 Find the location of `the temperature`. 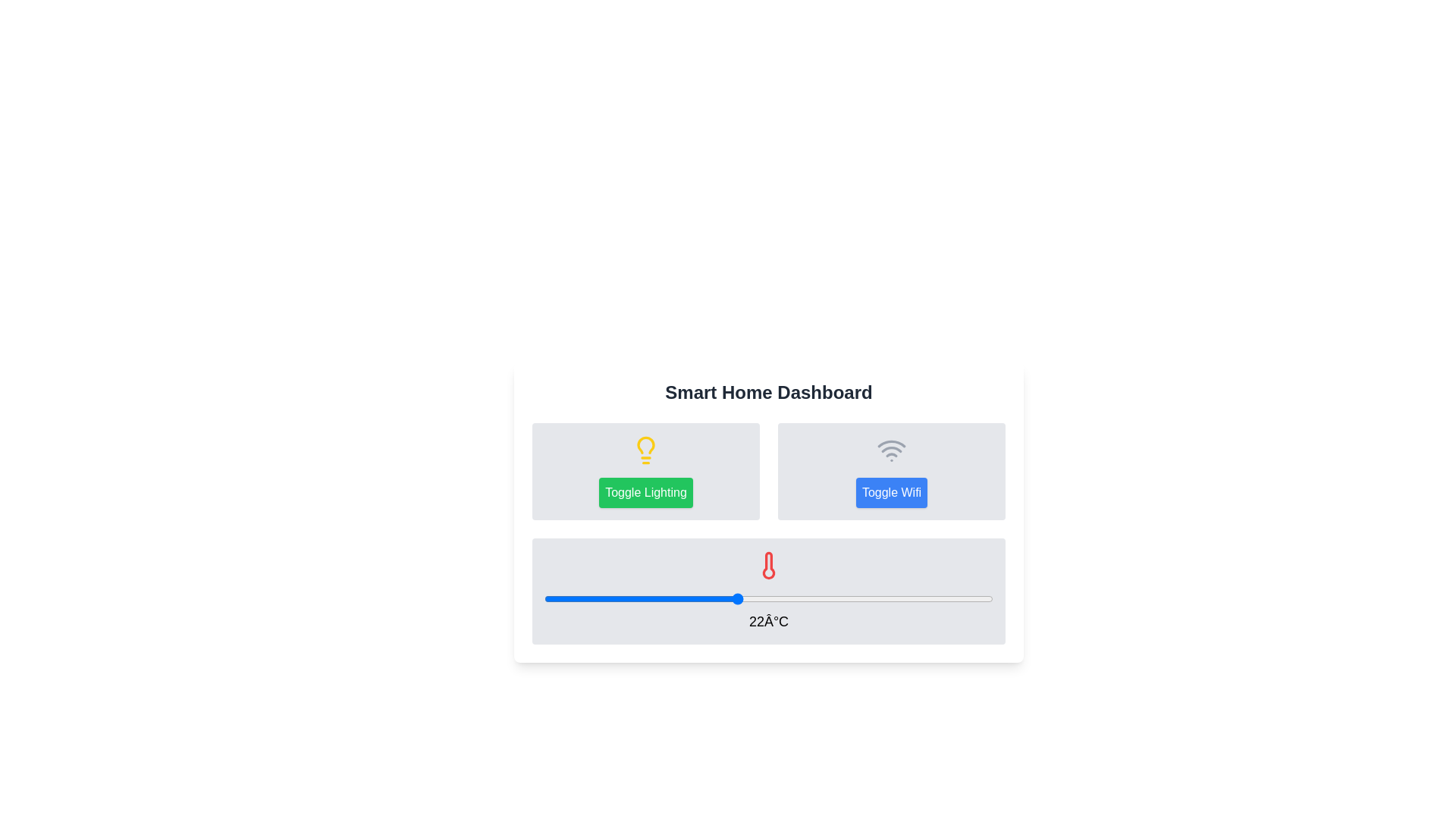

the temperature is located at coordinates (608, 598).